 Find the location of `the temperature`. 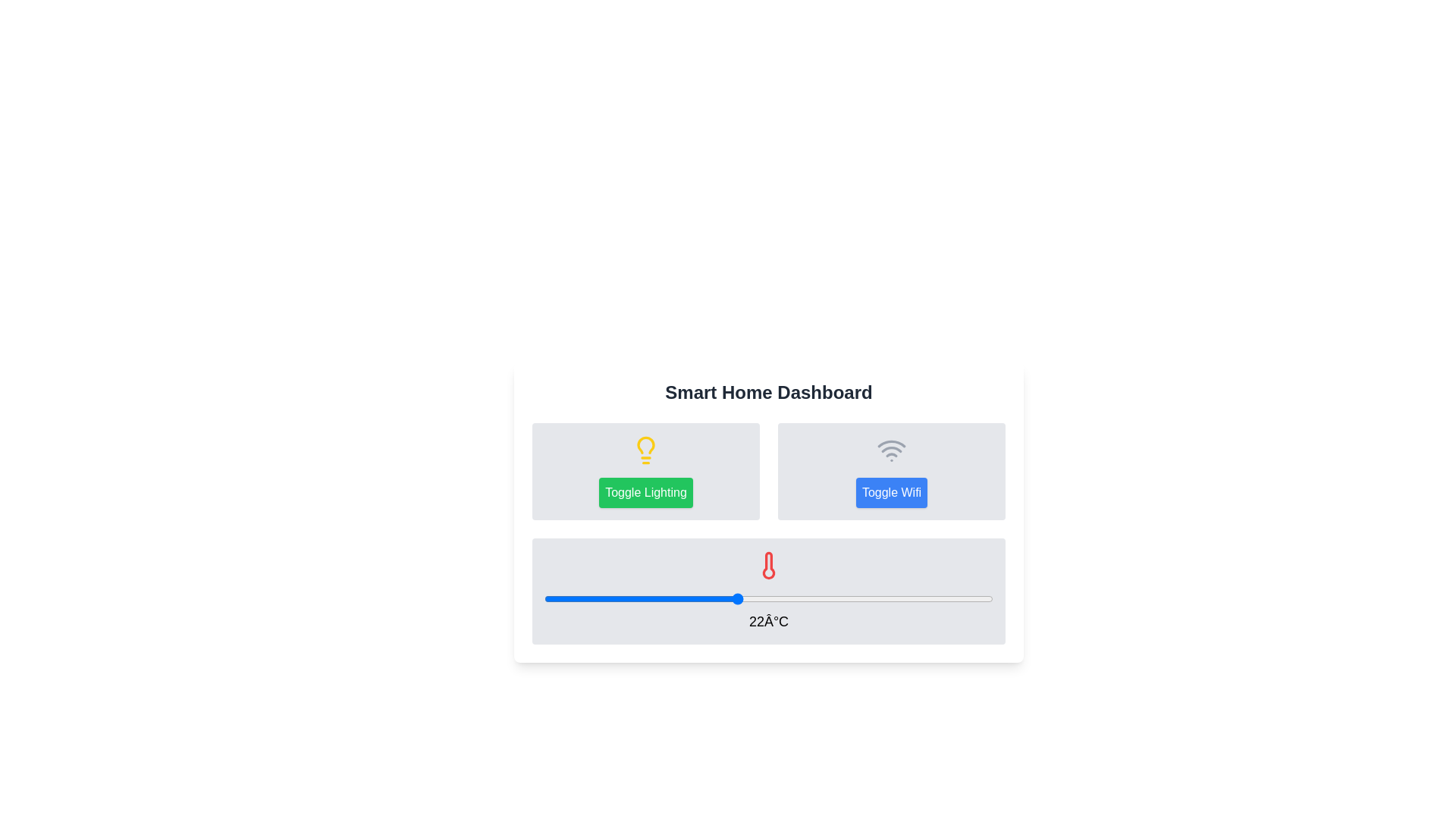

the temperature is located at coordinates (608, 598).